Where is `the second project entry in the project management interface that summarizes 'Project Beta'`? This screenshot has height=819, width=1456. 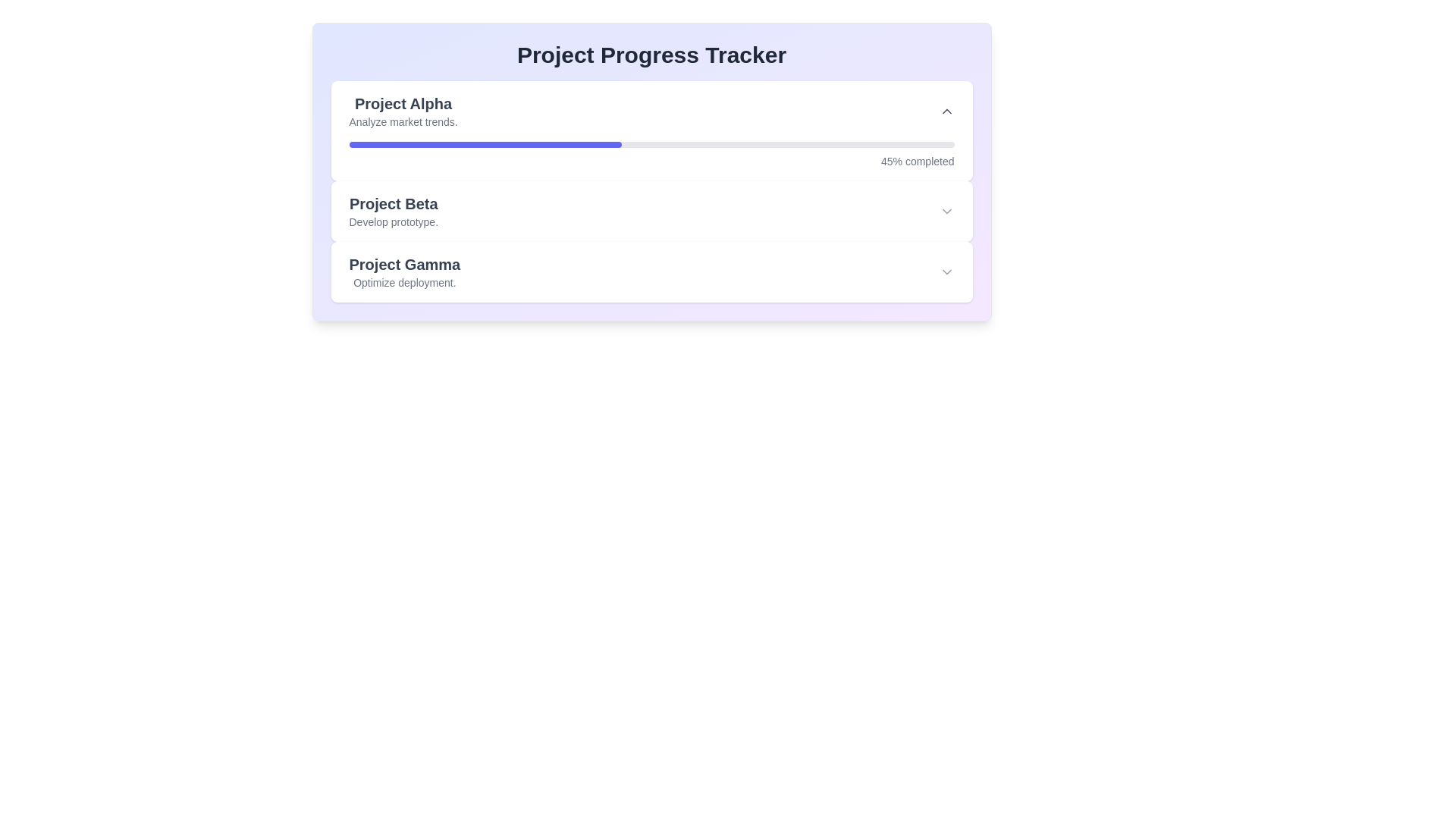 the second project entry in the project management interface that summarizes 'Project Beta' is located at coordinates (651, 191).